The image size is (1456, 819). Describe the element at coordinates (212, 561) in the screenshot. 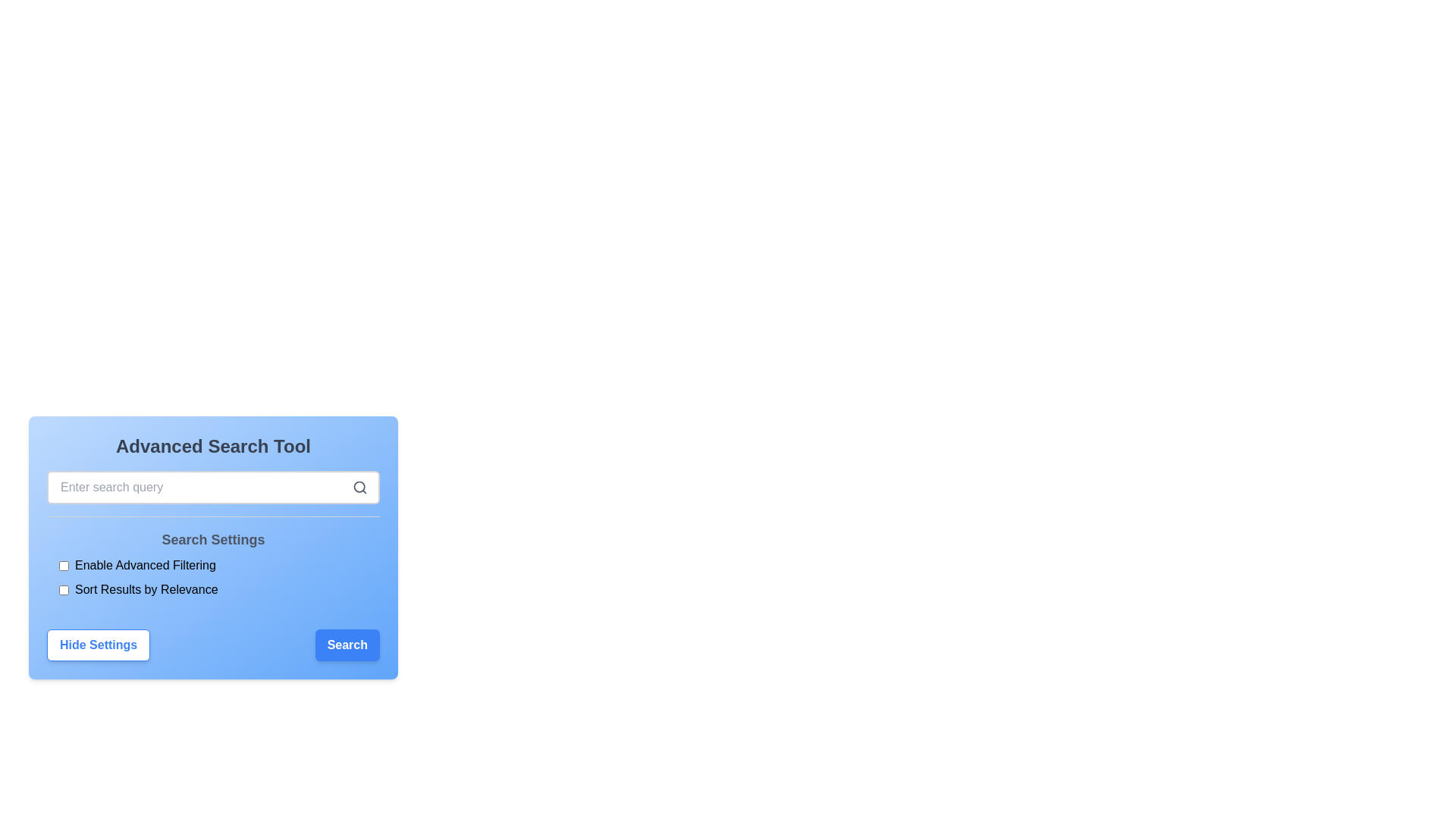

I see `the checkboxes in the 'Advanced Search Tool' to check or uncheck the options for 'Enable Advanced Filtering' and 'Sort Results by Relevance'` at that location.